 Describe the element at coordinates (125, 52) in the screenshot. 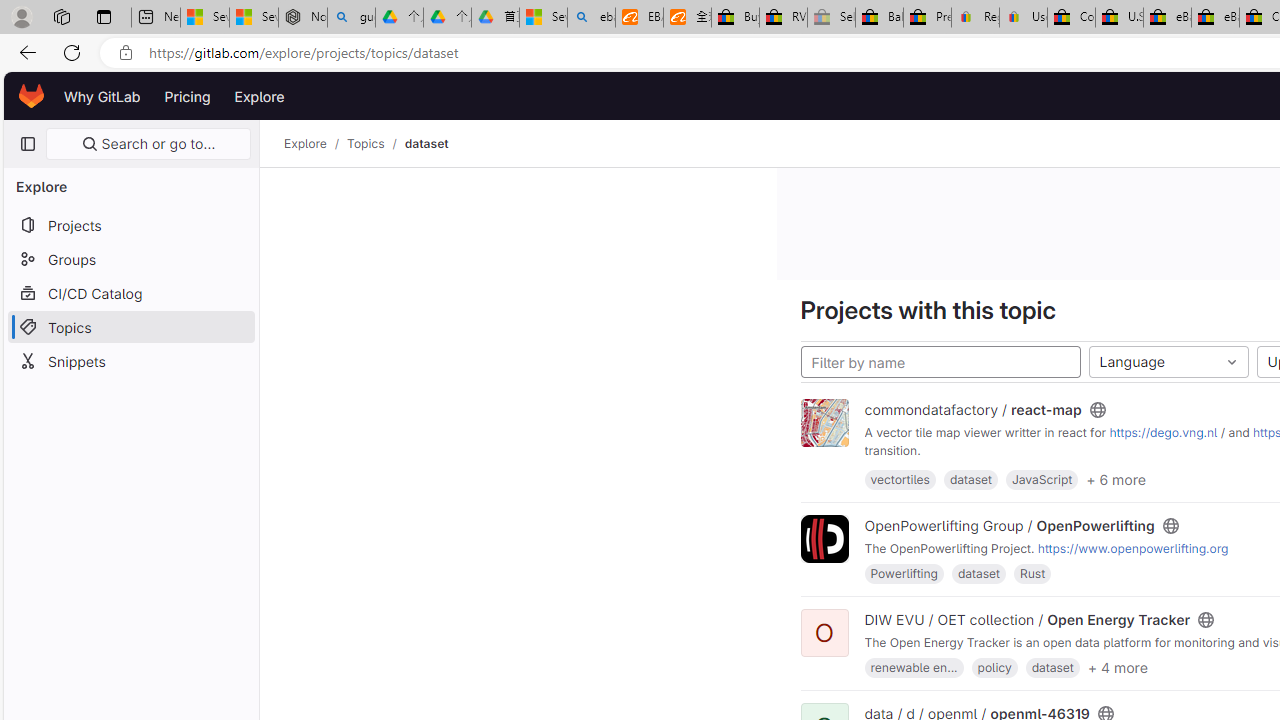

I see `'View site information'` at that location.